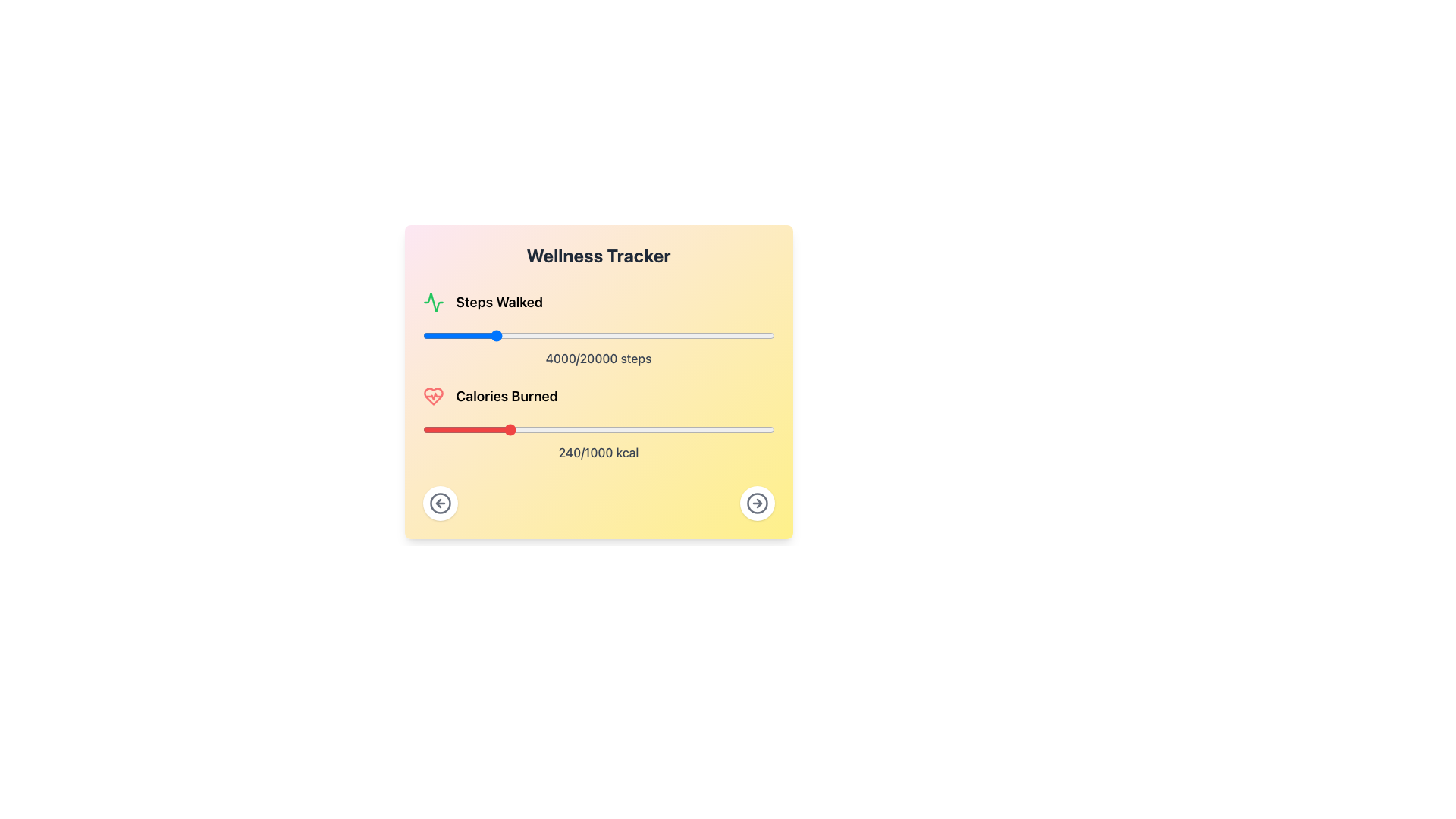 The height and width of the screenshot is (819, 1456). Describe the element at coordinates (757, 503) in the screenshot. I see `the circular button with a right-pointing arrow inside, styled in gray, located at the bottom-right corner of the interface` at that location.